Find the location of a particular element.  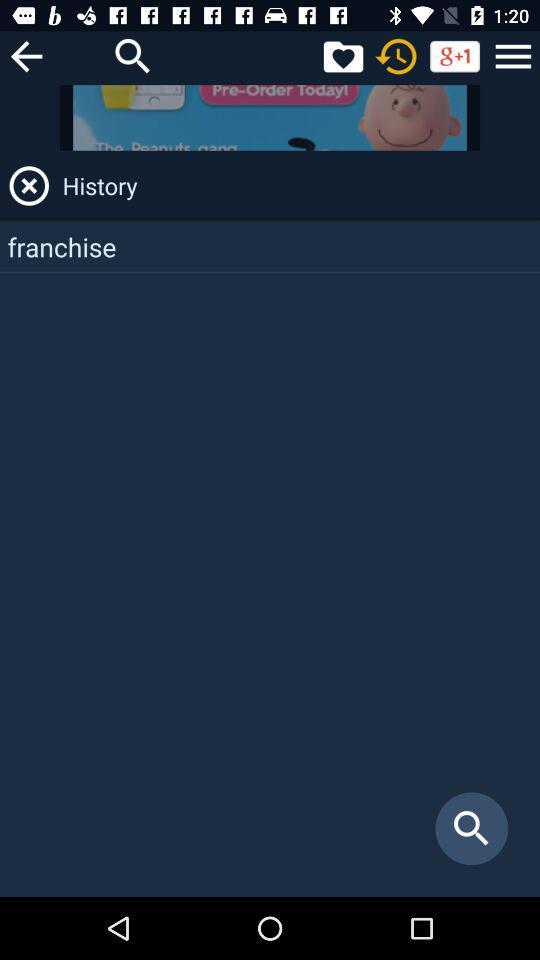

button to close option is located at coordinates (28, 185).